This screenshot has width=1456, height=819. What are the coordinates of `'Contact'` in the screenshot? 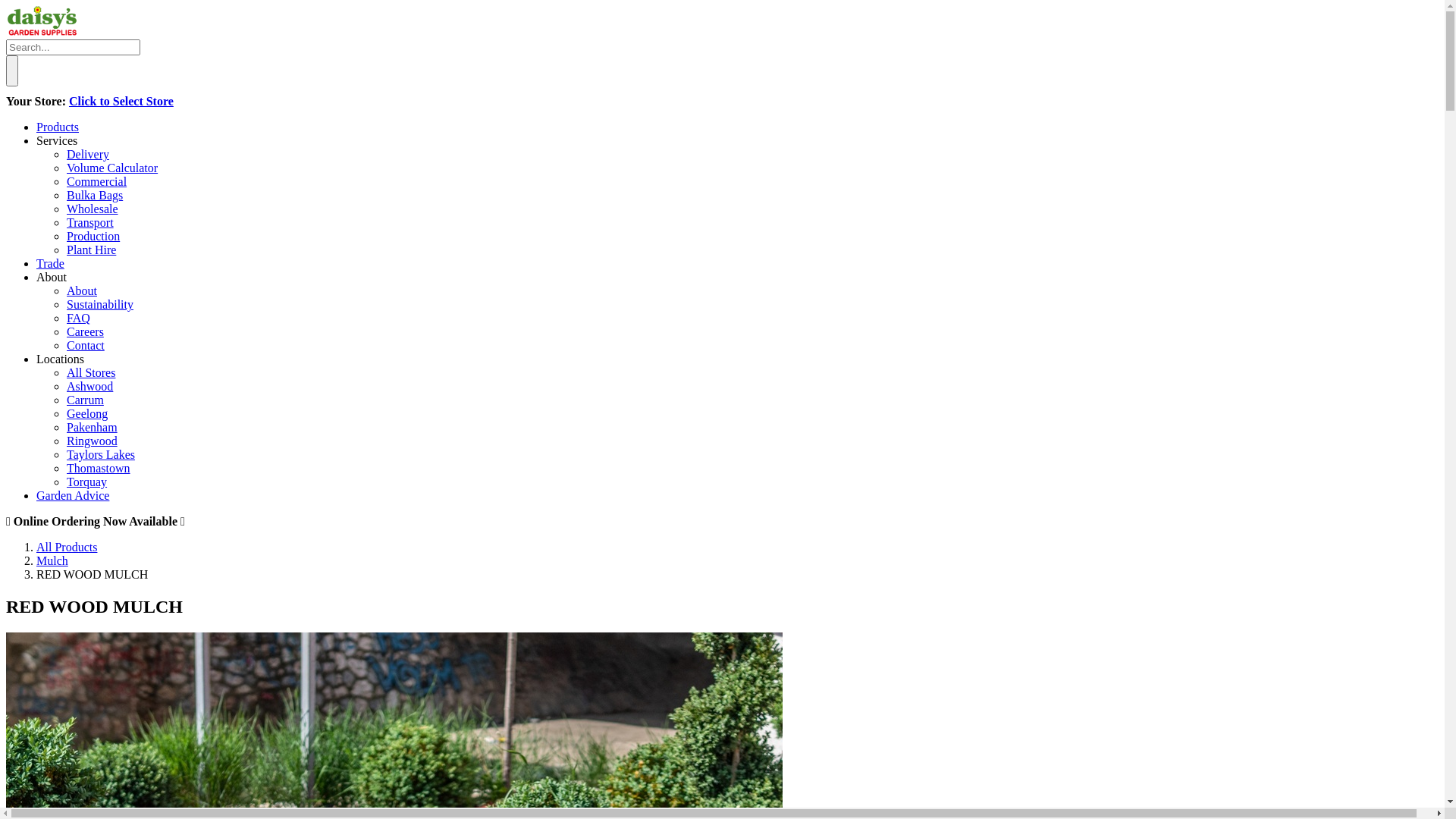 It's located at (85, 345).